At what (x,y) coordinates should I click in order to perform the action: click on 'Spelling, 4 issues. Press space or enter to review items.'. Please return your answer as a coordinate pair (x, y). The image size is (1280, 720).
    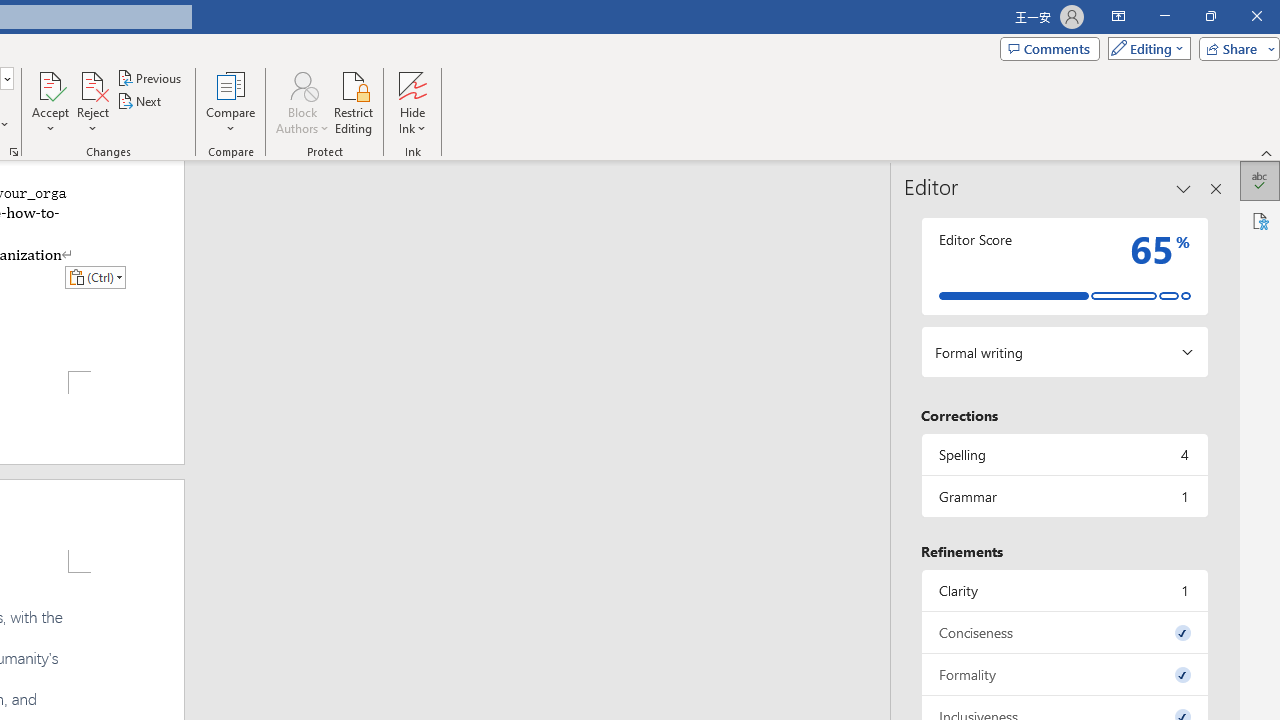
    Looking at the image, I should click on (1063, 454).